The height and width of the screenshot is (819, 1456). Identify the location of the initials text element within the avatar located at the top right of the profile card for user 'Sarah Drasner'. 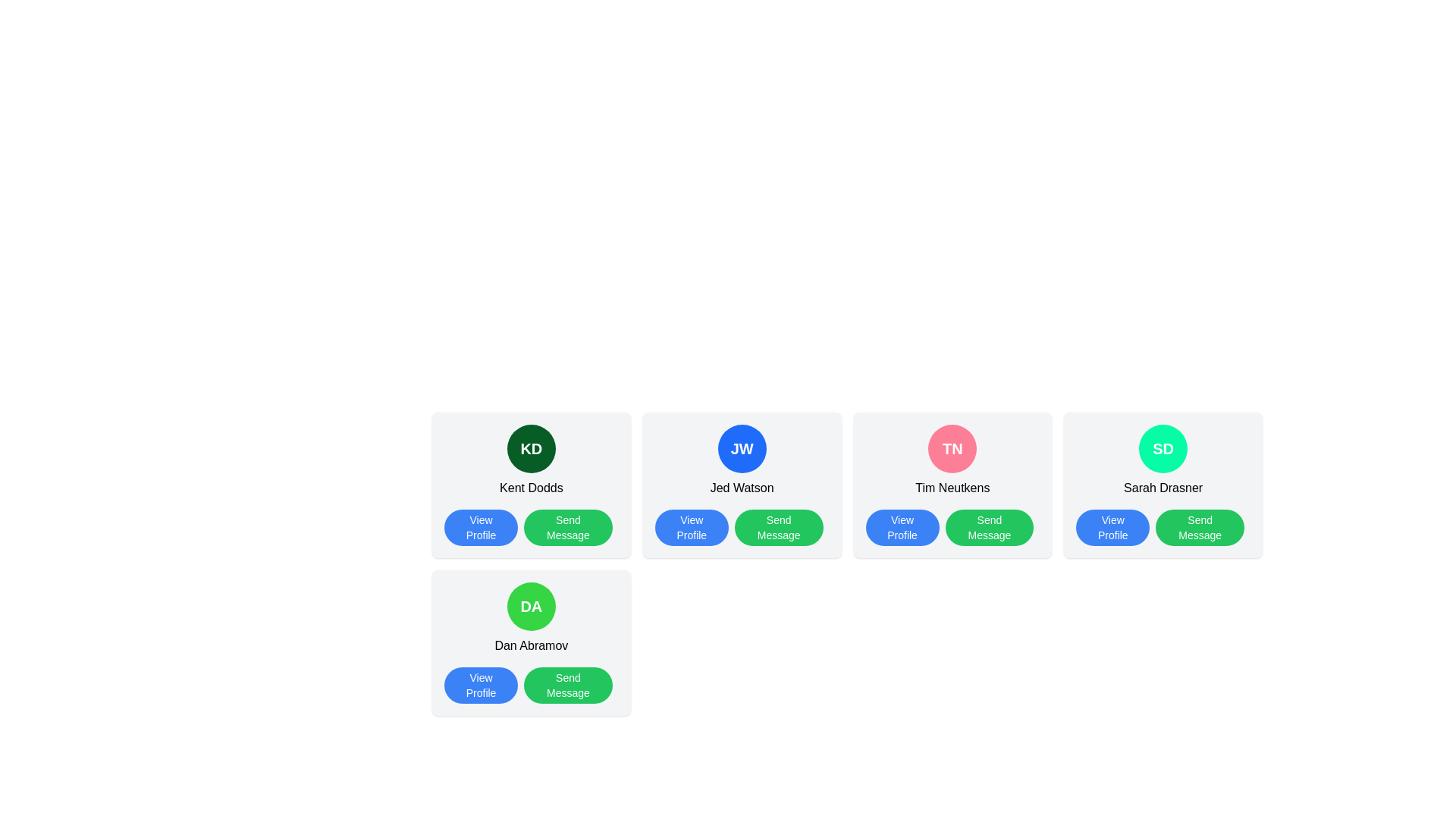
(1163, 447).